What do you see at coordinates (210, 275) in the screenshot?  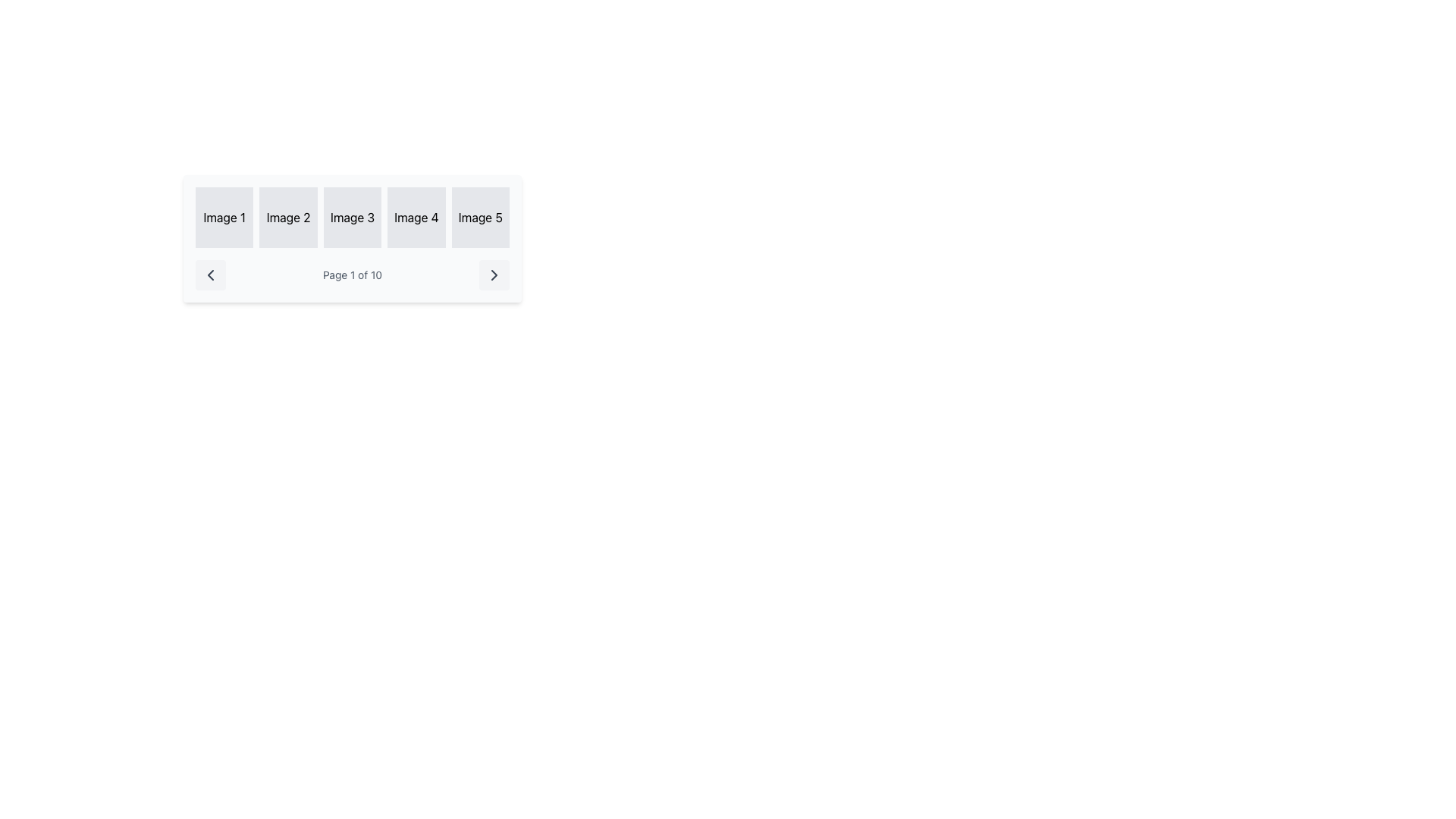 I see `the leftmost icon button within the navigation control at the bottom left of the carousel` at bounding box center [210, 275].